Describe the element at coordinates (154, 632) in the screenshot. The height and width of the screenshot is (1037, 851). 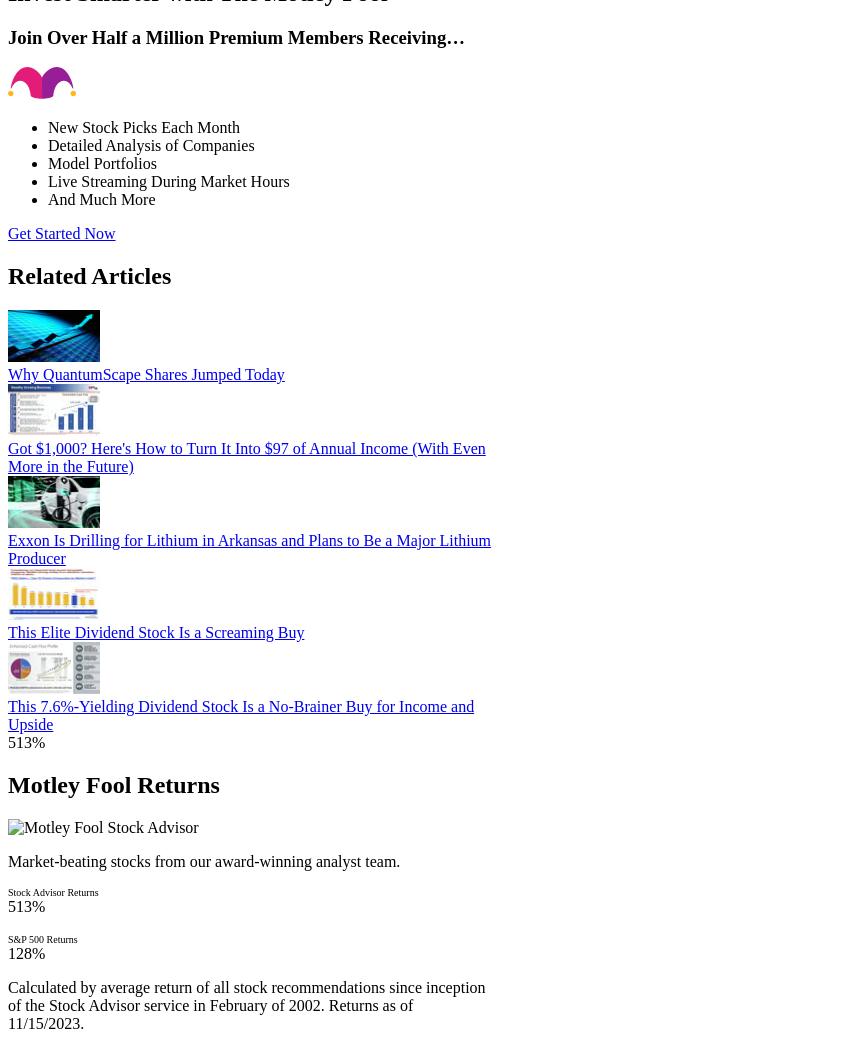
I see `'This Elite Dividend Stock Is a Screaming Buy'` at that location.